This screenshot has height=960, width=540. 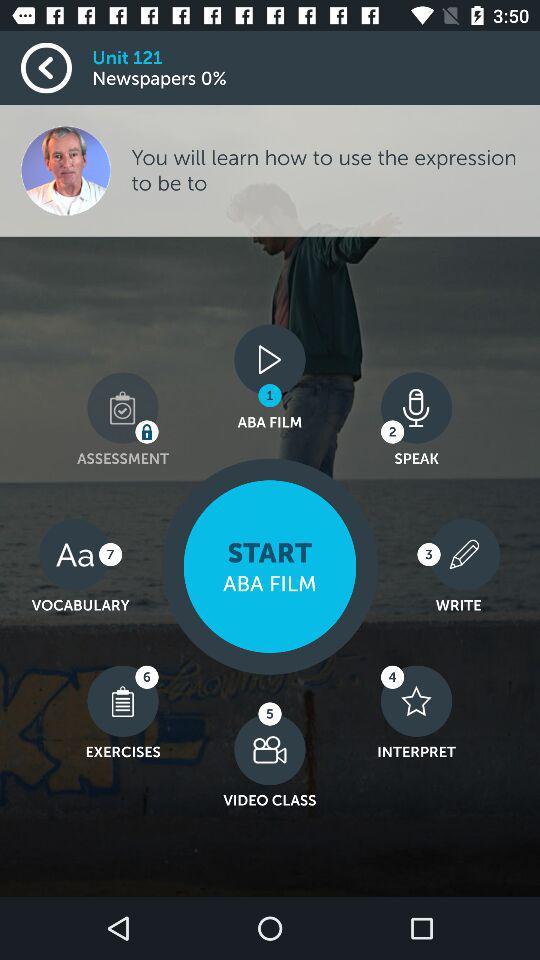 I want to click on start film, so click(x=270, y=566).